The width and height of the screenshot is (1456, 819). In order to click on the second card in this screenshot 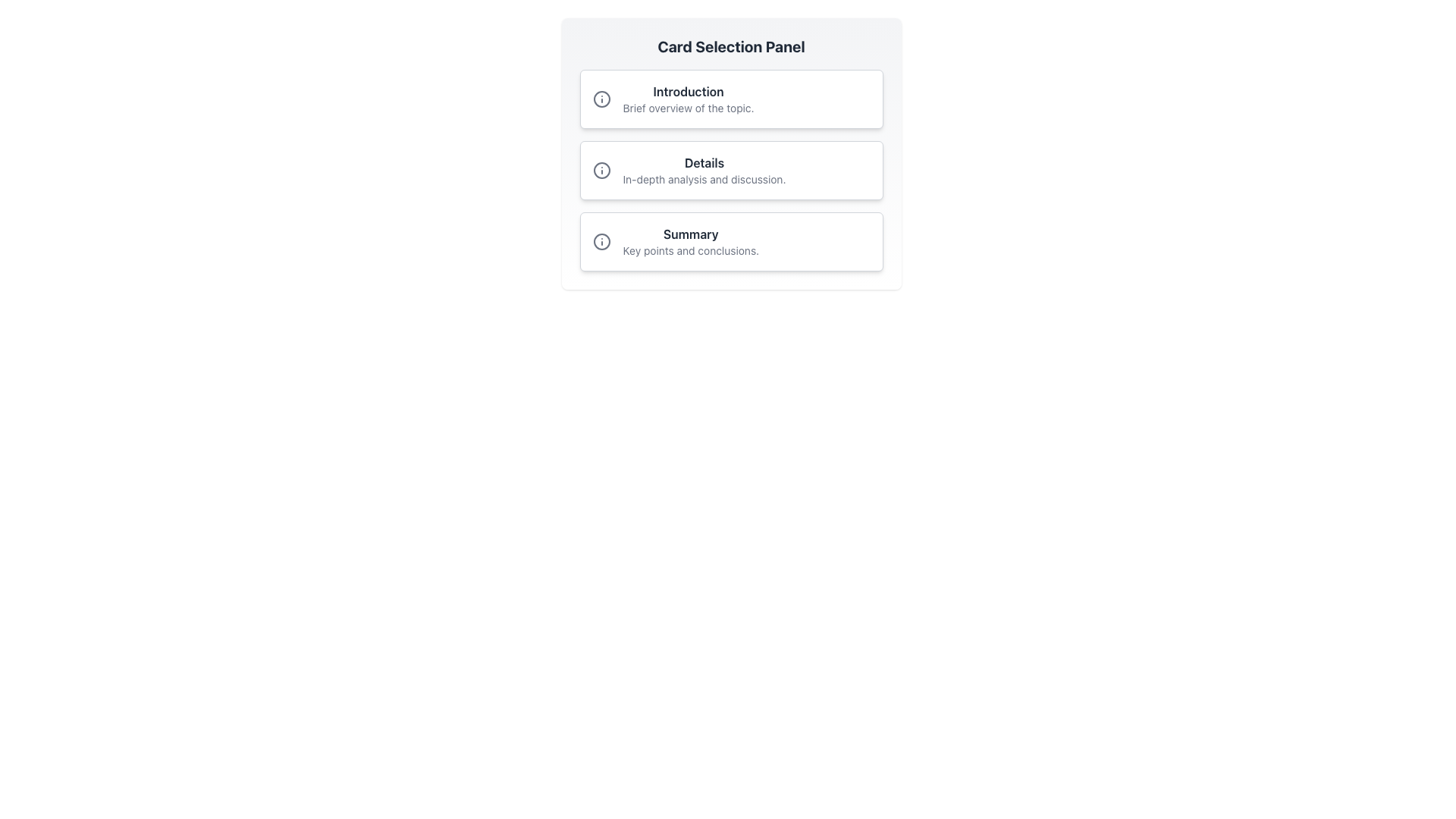, I will do `click(731, 170)`.